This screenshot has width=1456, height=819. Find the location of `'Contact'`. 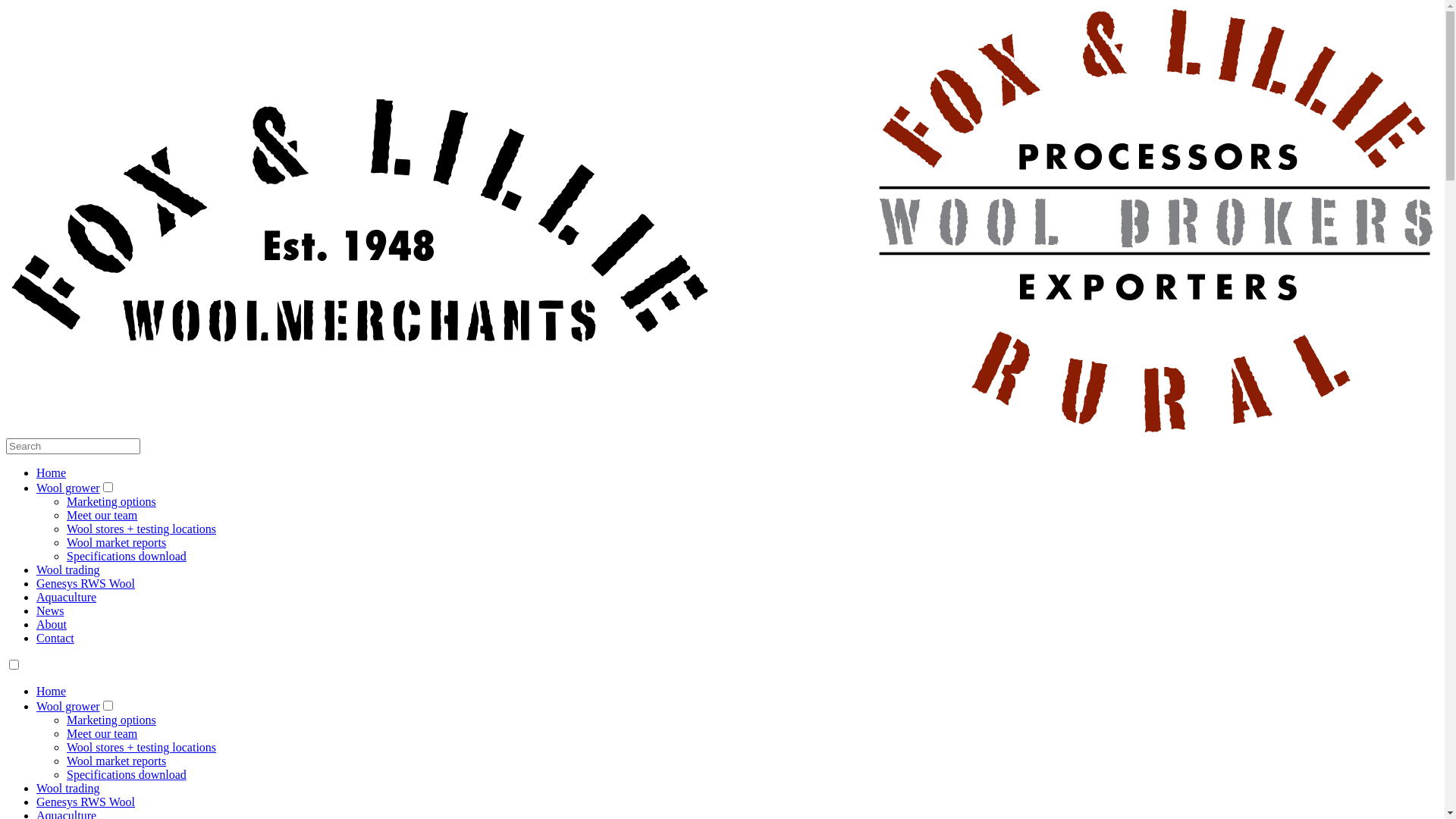

'Contact' is located at coordinates (55, 638).